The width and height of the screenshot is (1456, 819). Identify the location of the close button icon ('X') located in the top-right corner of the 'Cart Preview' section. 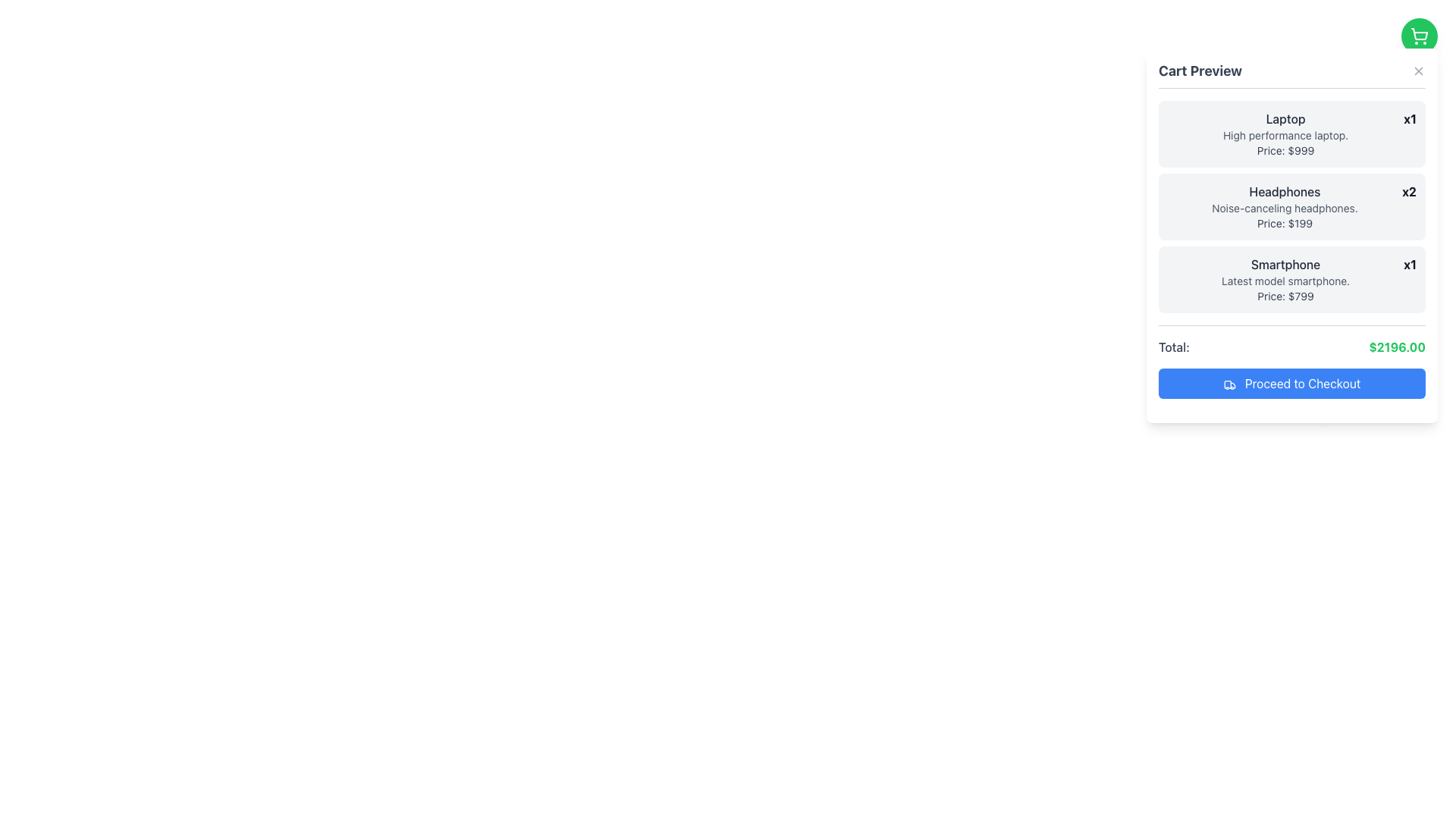
(1418, 71).